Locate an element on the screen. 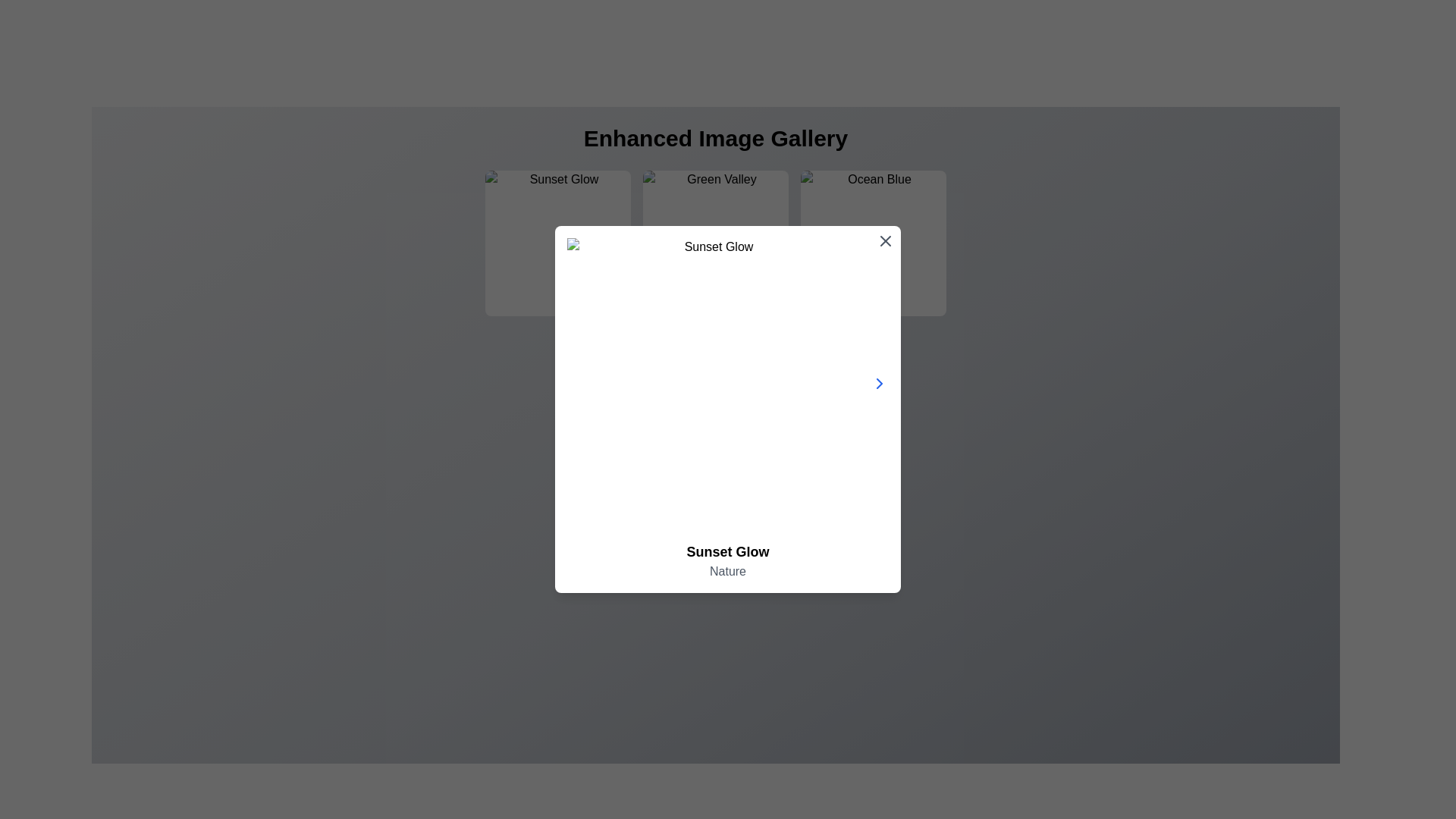 The image size is (1456, 819). text label displaying 'Sunset Glow', which is a prominent title styled in bold and larger font, located at the bottom section of a white modal above the text 'Nature' is located at coordinates (728, 552).